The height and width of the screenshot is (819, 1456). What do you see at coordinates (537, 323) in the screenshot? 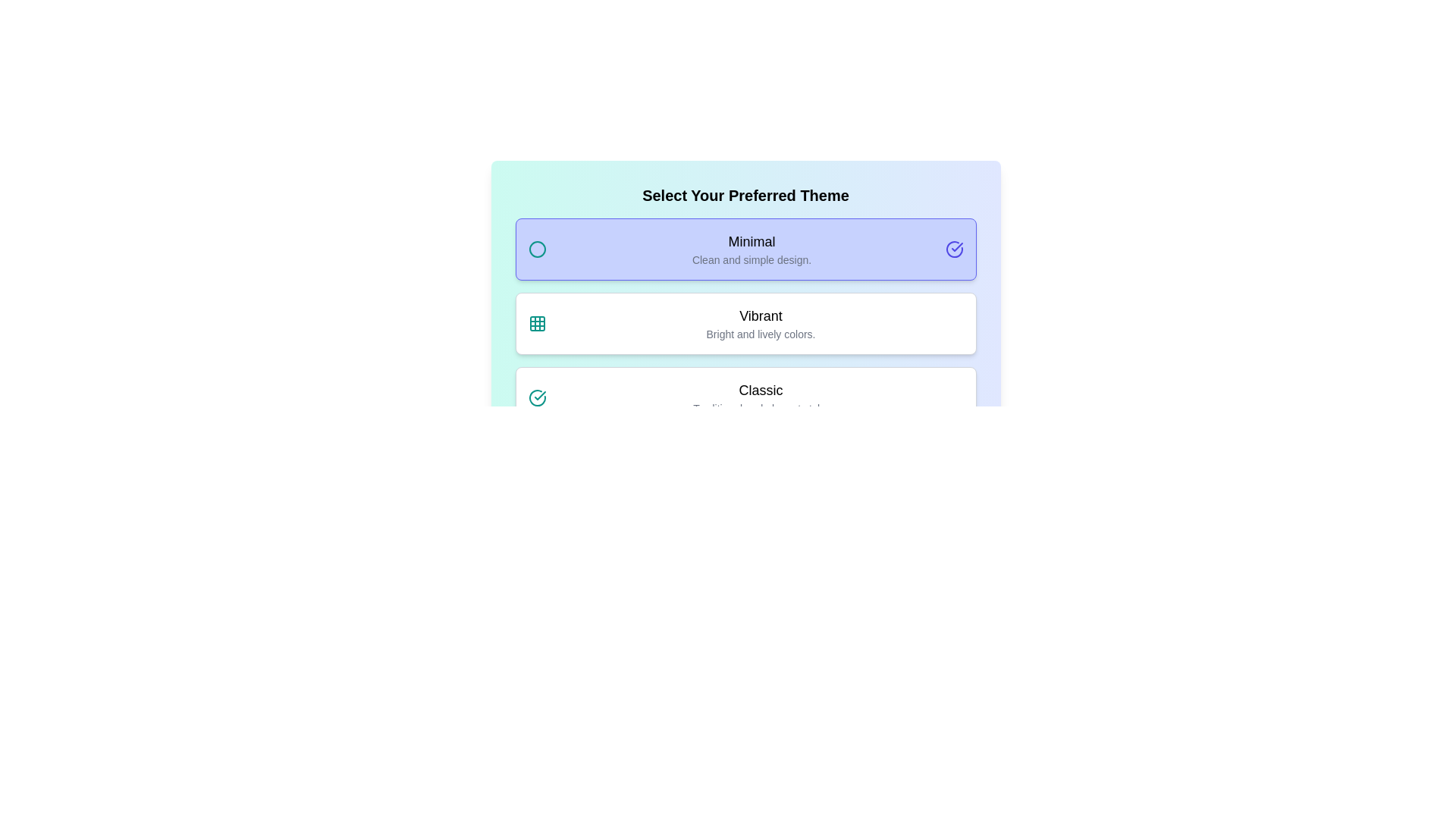
I see `the Decorative grid icon for the 'Vibrant' theme option, which serves as an identifying icon in the theme selection interface` at bounding box center [537, 323].